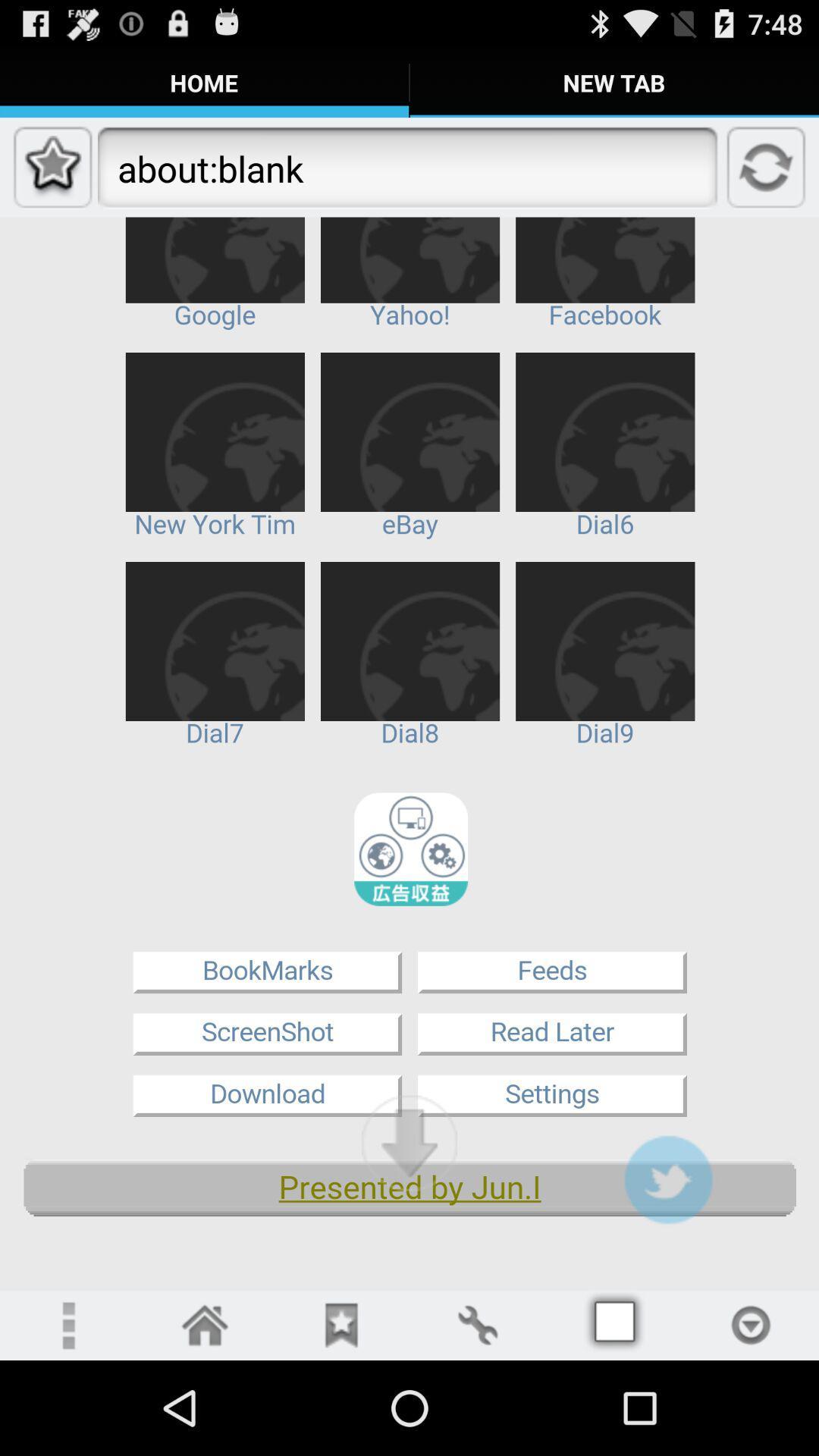 The width and height of the screenshot is (819, 1456). Describe the element at coordinates (614, 1324) in the screenshot. I see `menu pega` at that location.